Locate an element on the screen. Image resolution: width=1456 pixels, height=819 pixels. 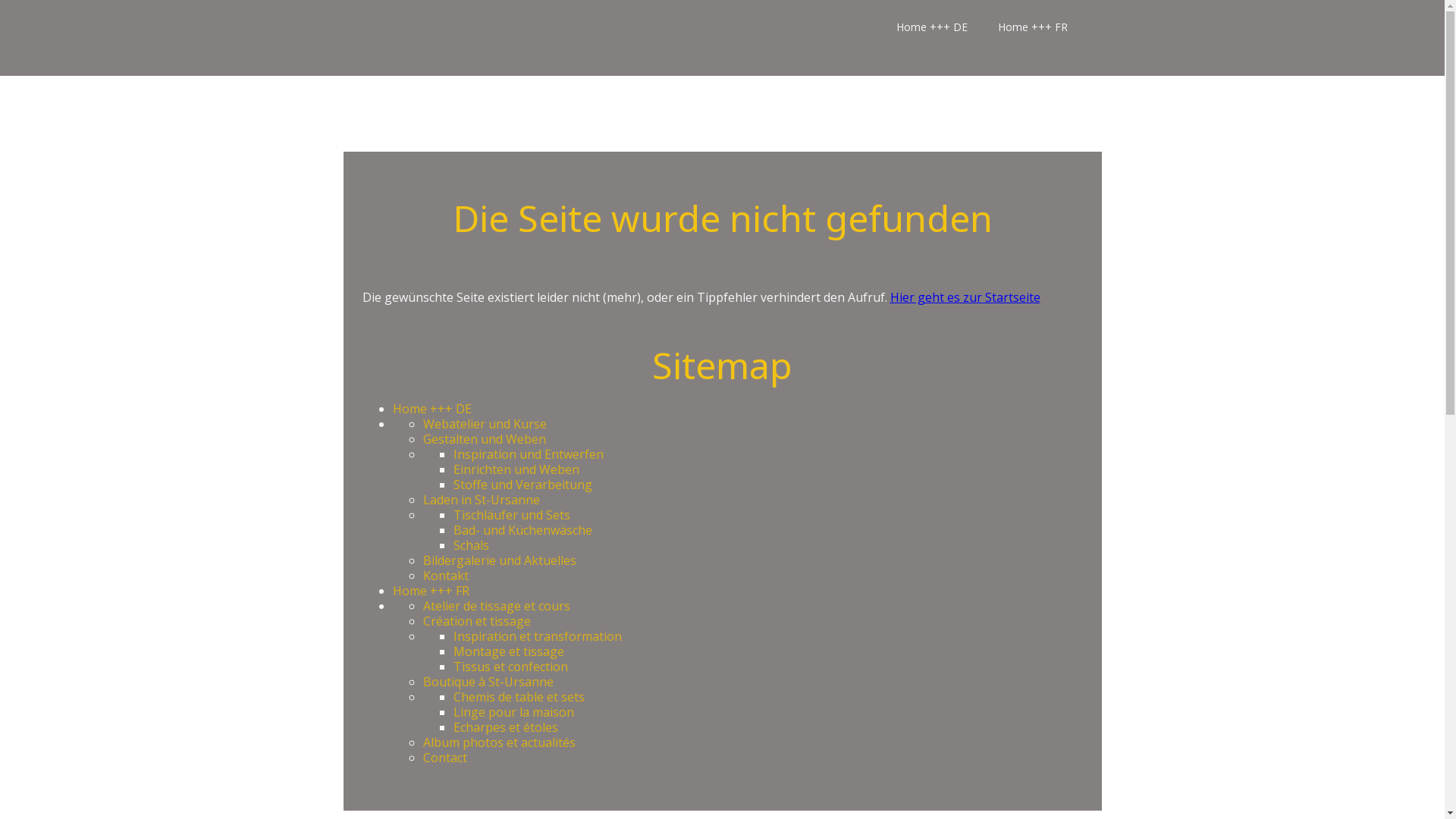
'Montage et tissage' is located at coordinates (509, 651).